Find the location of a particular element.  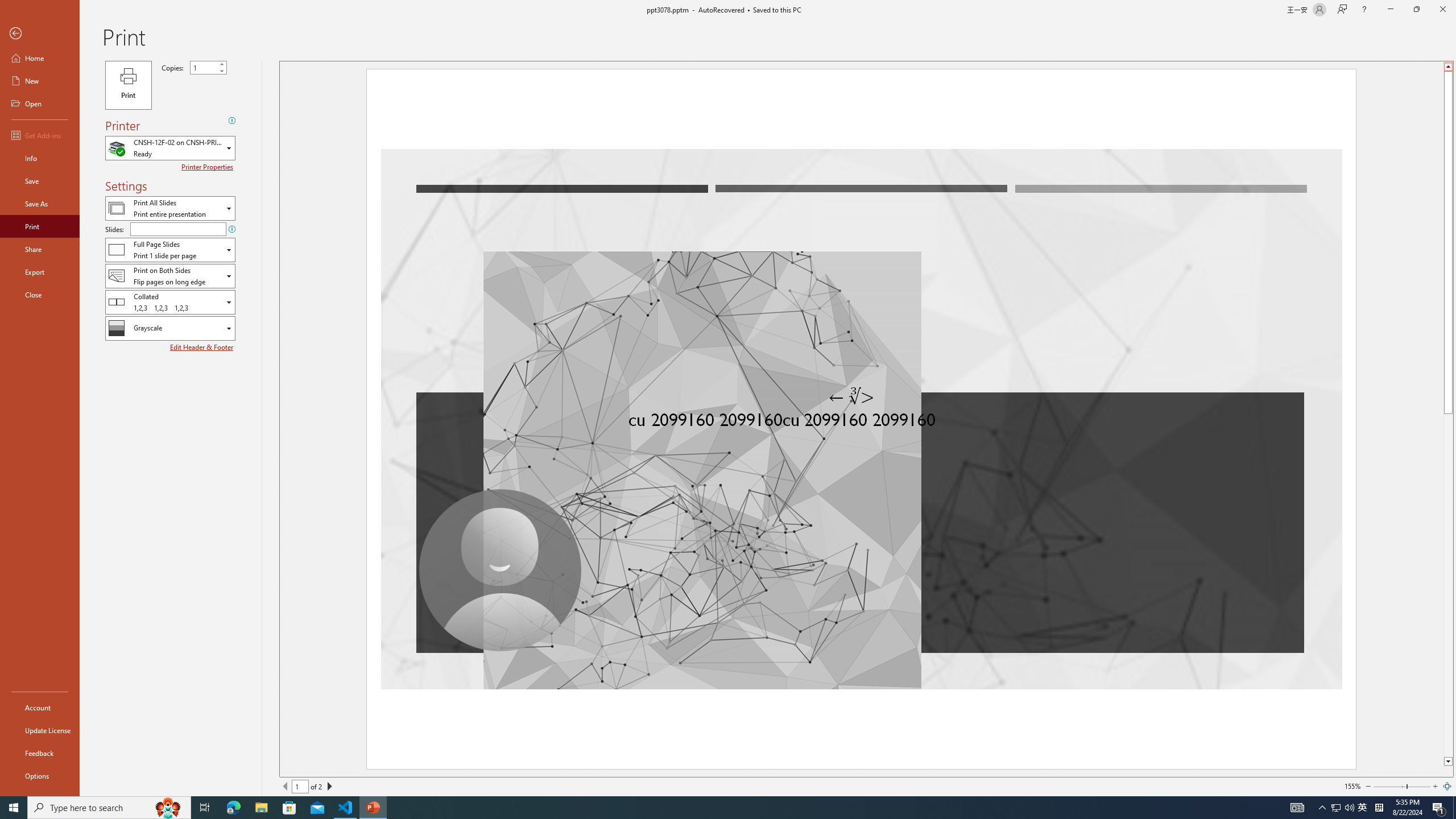

'Account' is located at coordinates (39, 708).